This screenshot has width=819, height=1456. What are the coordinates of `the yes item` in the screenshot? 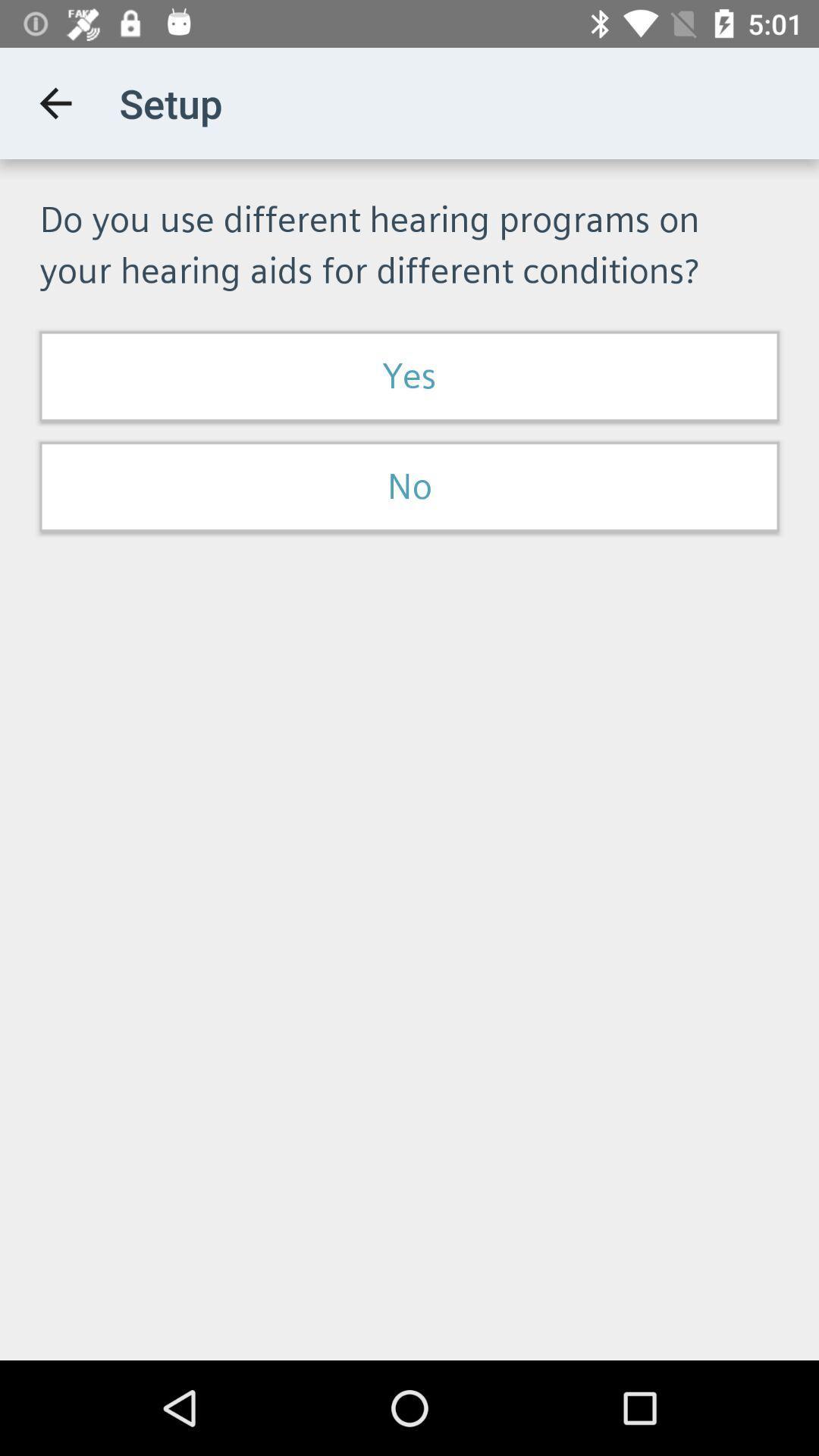 It's located at (409, 376).